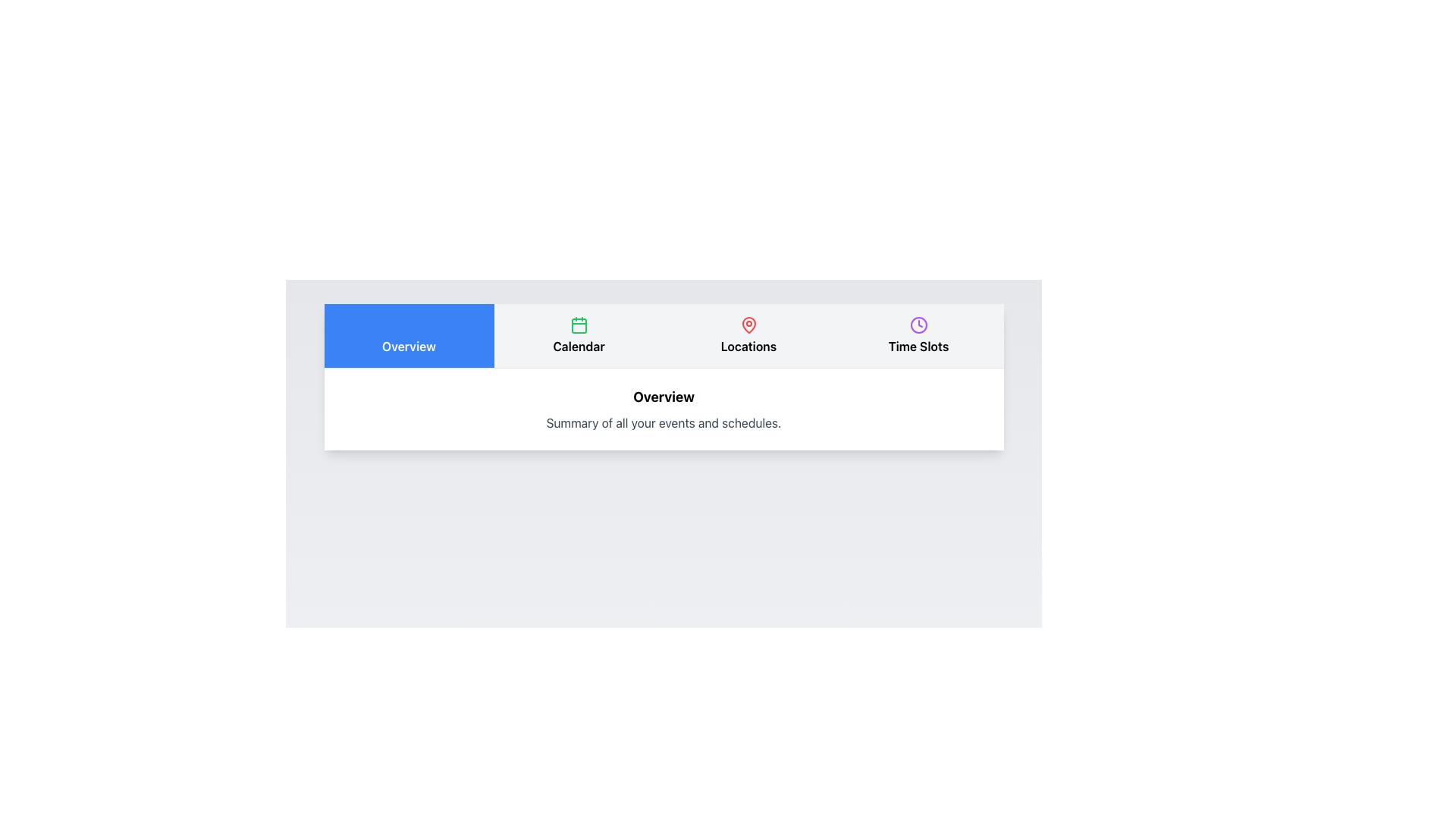  Describe the element at coordinates (409, 346) in the screenshot. I see `the 'Overview' static text label in the top navigation bar` at that location.